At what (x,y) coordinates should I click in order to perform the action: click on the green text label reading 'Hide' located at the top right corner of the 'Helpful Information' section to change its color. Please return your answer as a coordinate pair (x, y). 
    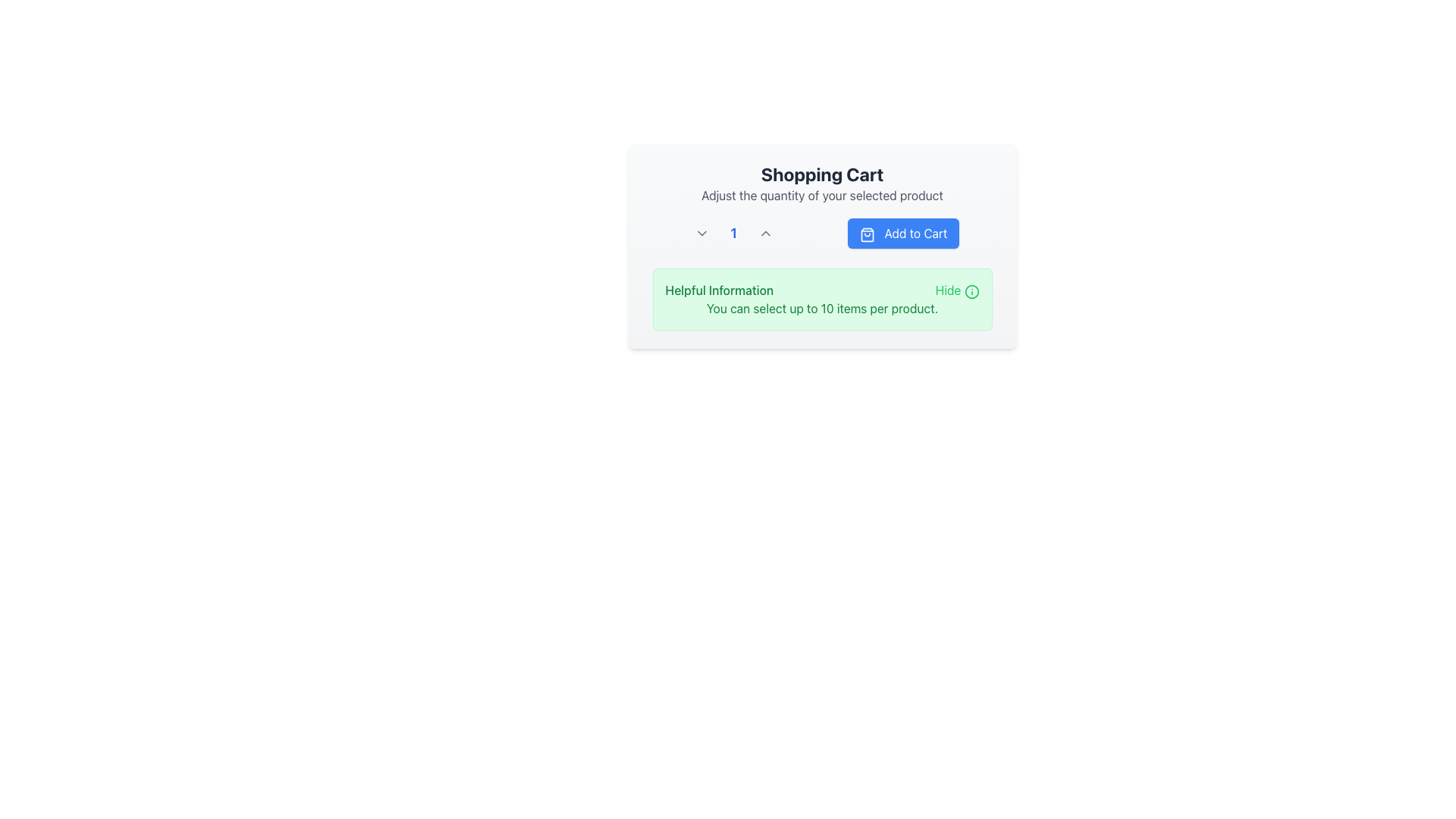
    Looking at the image, I should click on (956, 290).